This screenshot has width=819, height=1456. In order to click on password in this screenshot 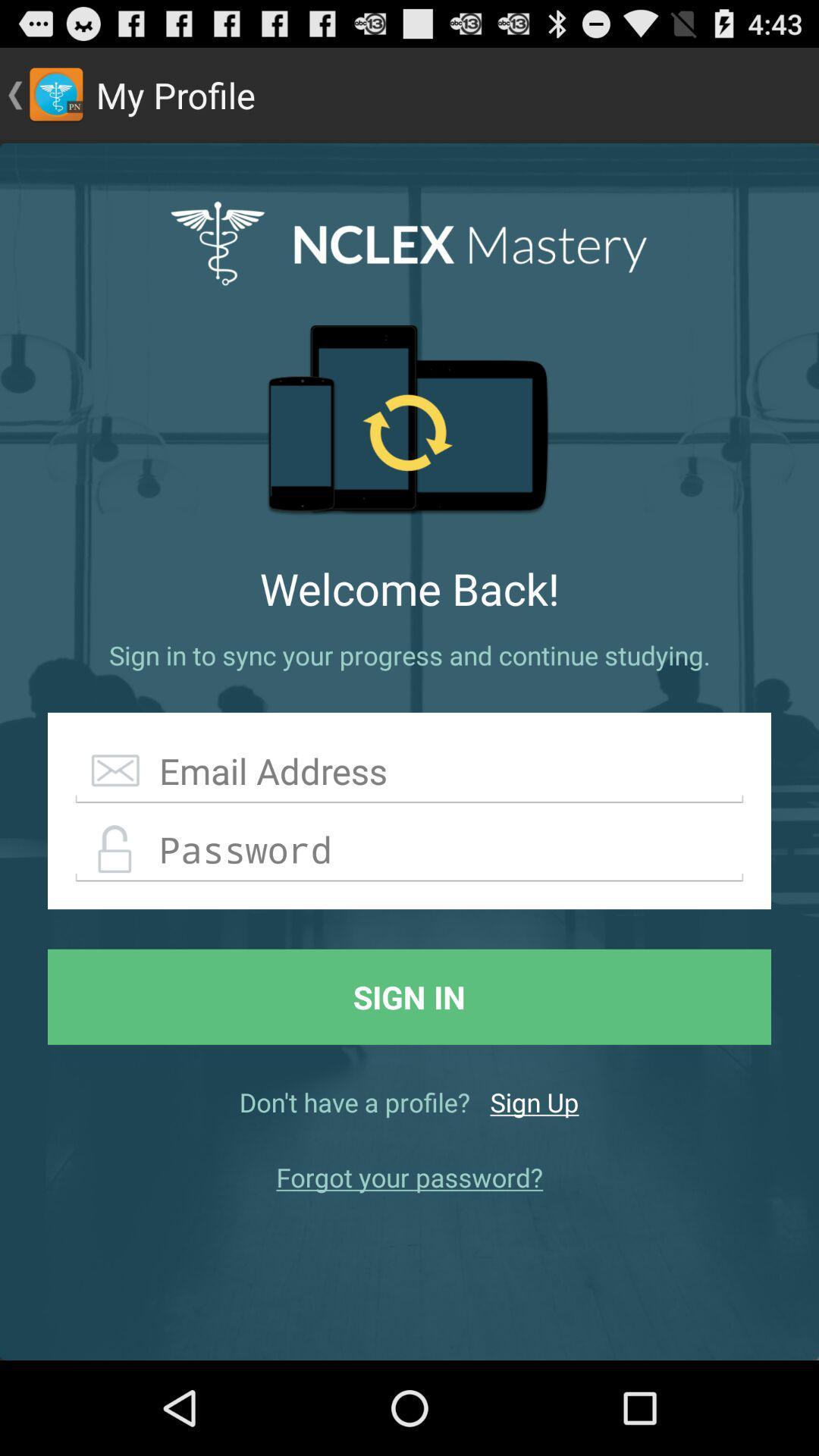, I will do `click(409, 850)`.